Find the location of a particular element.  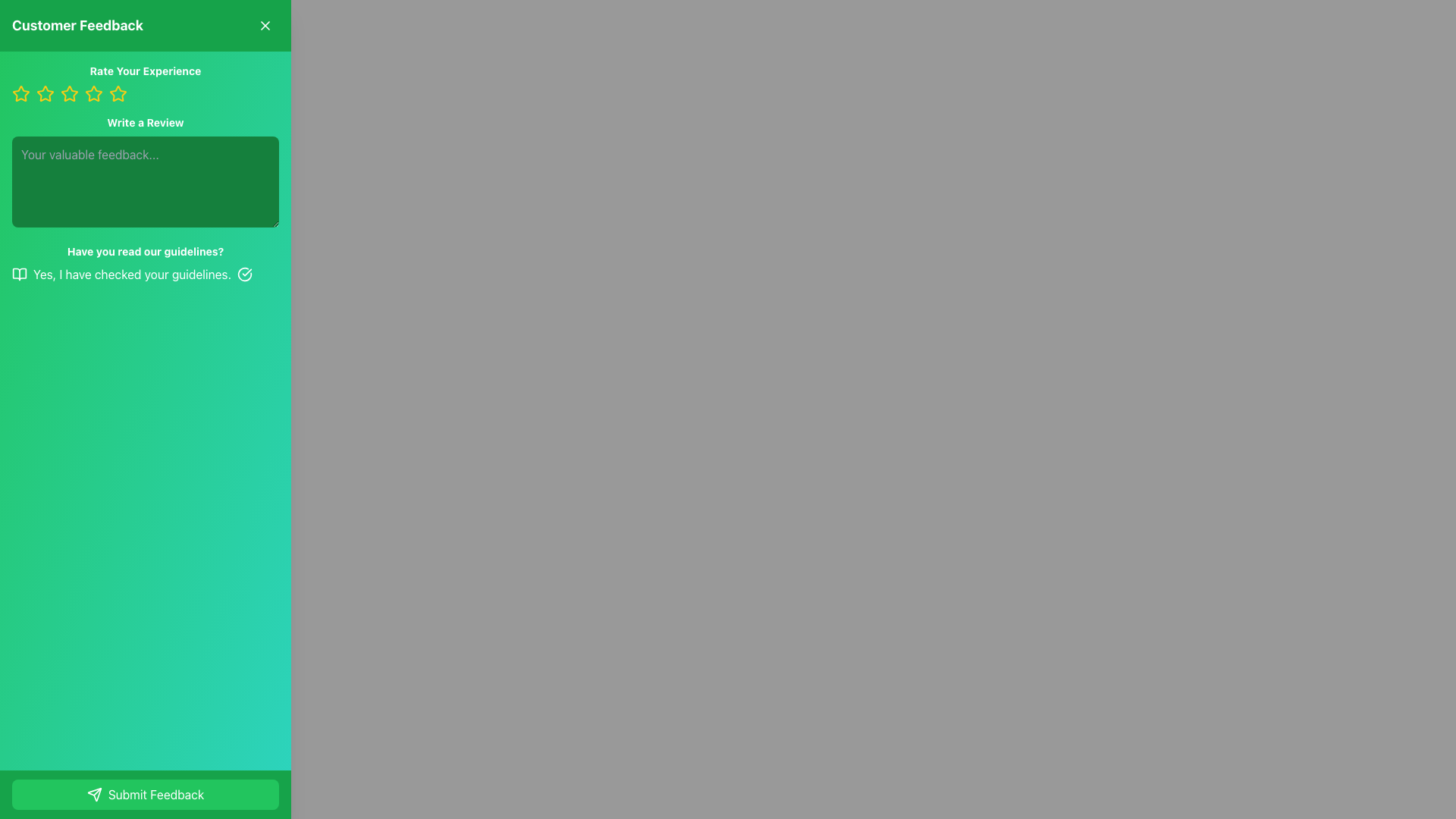

the second yellow star icon in the horizontal row of rating stars located at the top of the green feedback panel to rate is located at coordinates (118, 93).